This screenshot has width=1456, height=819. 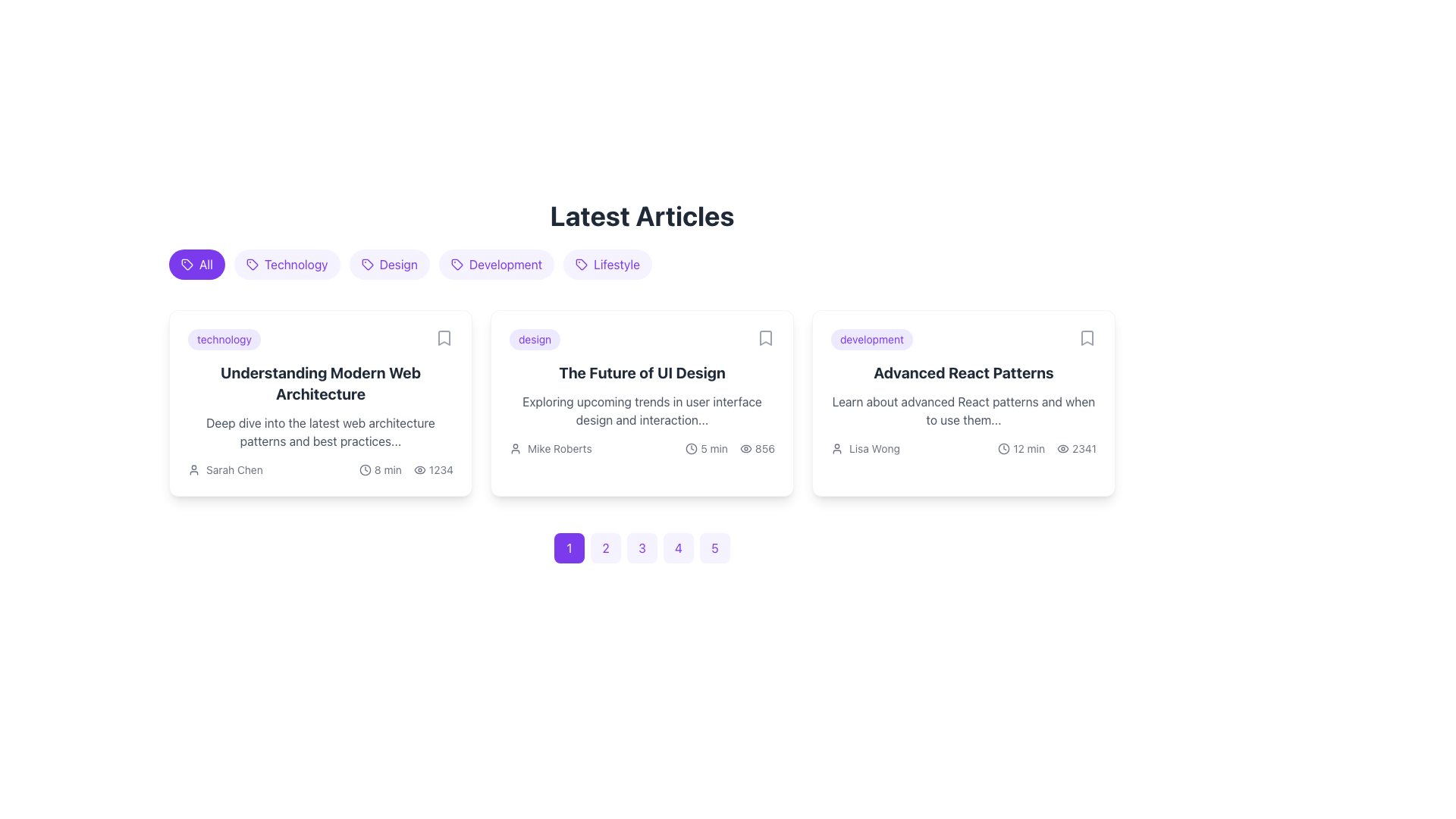 I want to click on information presented in the Author attribution label, which shows the text 'Mike Roberts' next to a user icon, located at the bottom-left of the card titled 'The Future of UI Design', so click(x=550, y=447).